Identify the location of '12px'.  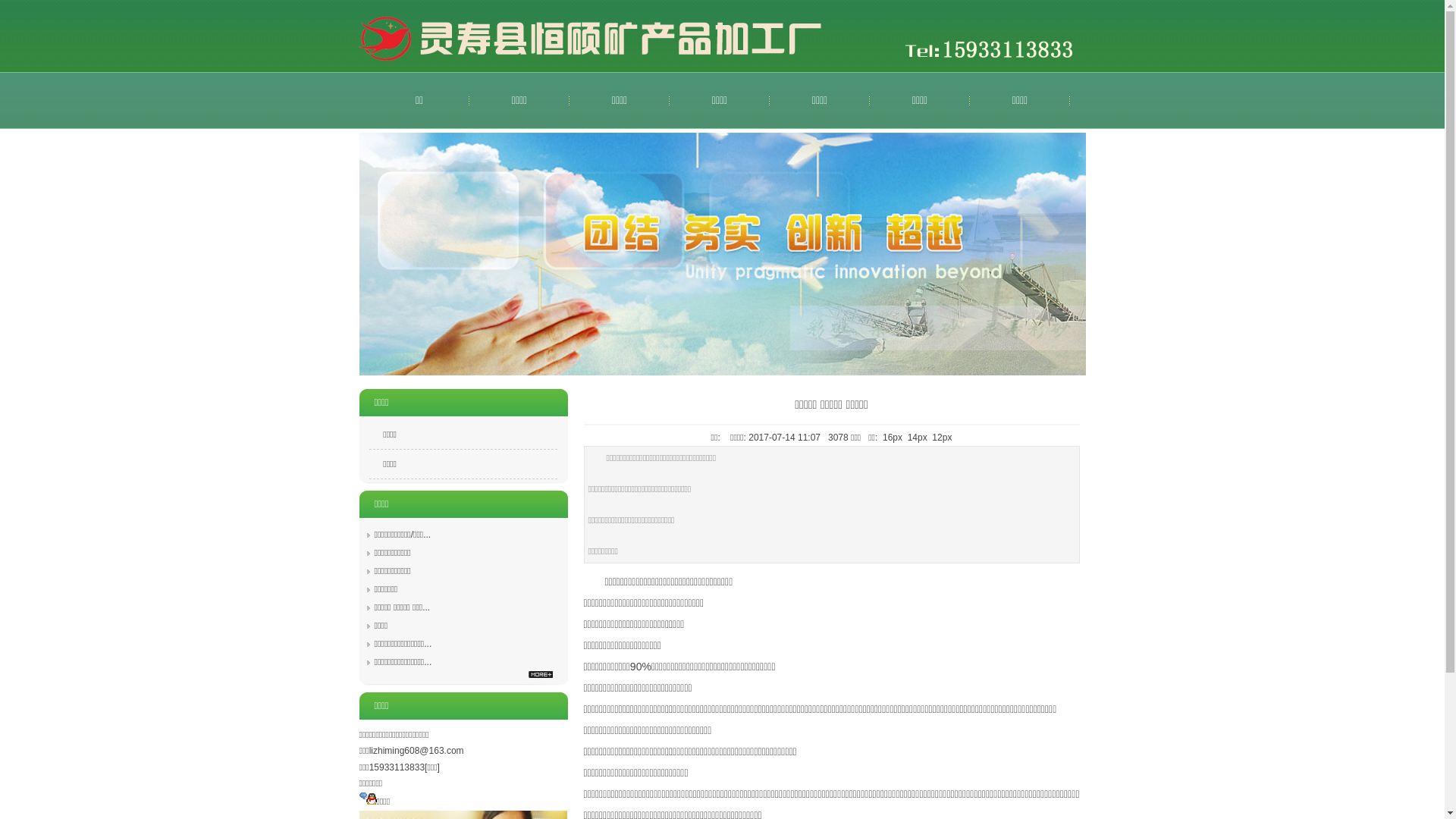
(941, 438).